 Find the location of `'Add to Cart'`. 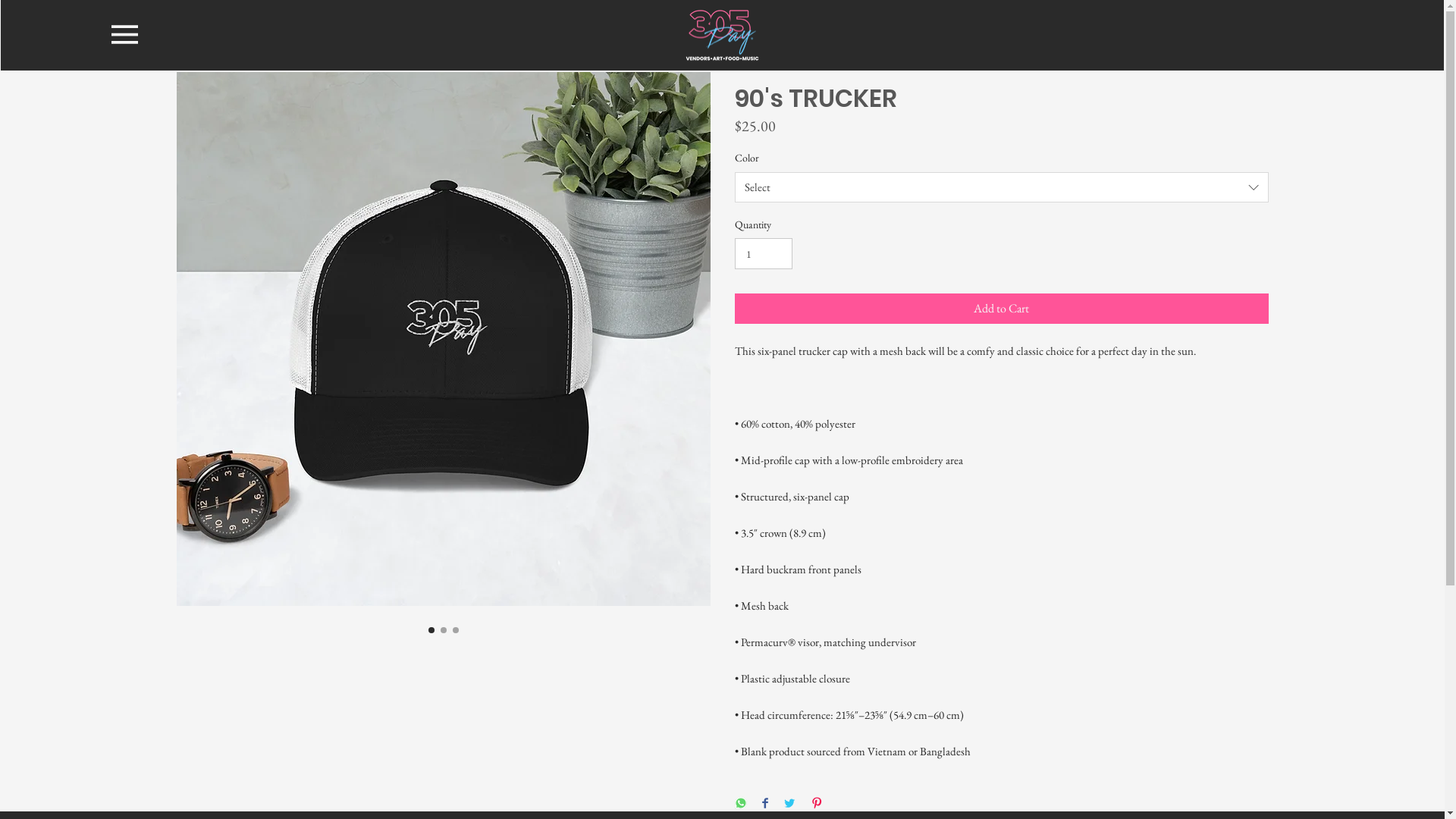

'Add to Cart' is located at coordinates (1001, 308).